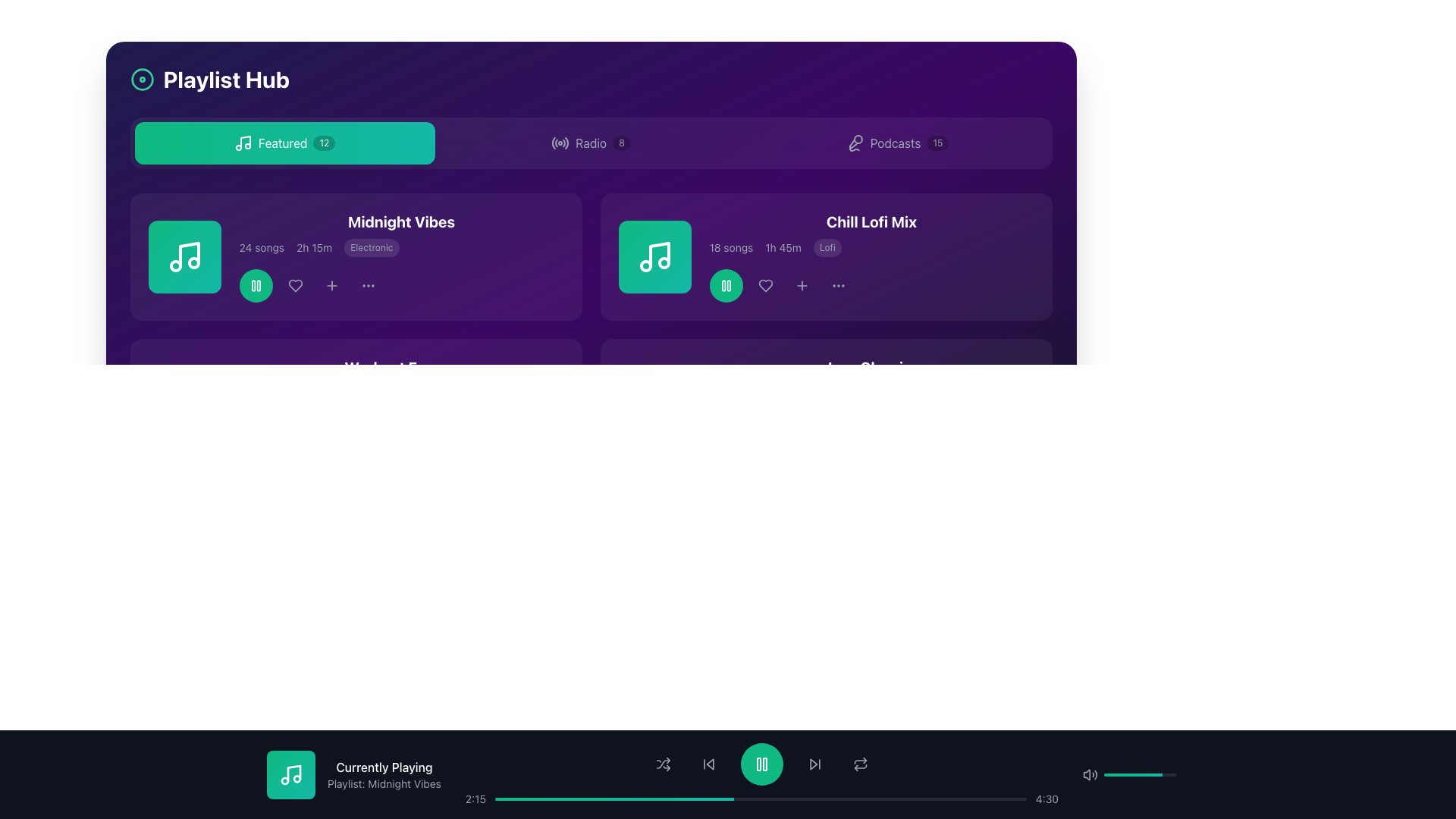 This screenshot has width=1456, height=819. I want to click on the three horizontally aligned light gray dots, which form an ellipsis symbol, located to the right of the '+' icon in the interface, so click(837, 286).